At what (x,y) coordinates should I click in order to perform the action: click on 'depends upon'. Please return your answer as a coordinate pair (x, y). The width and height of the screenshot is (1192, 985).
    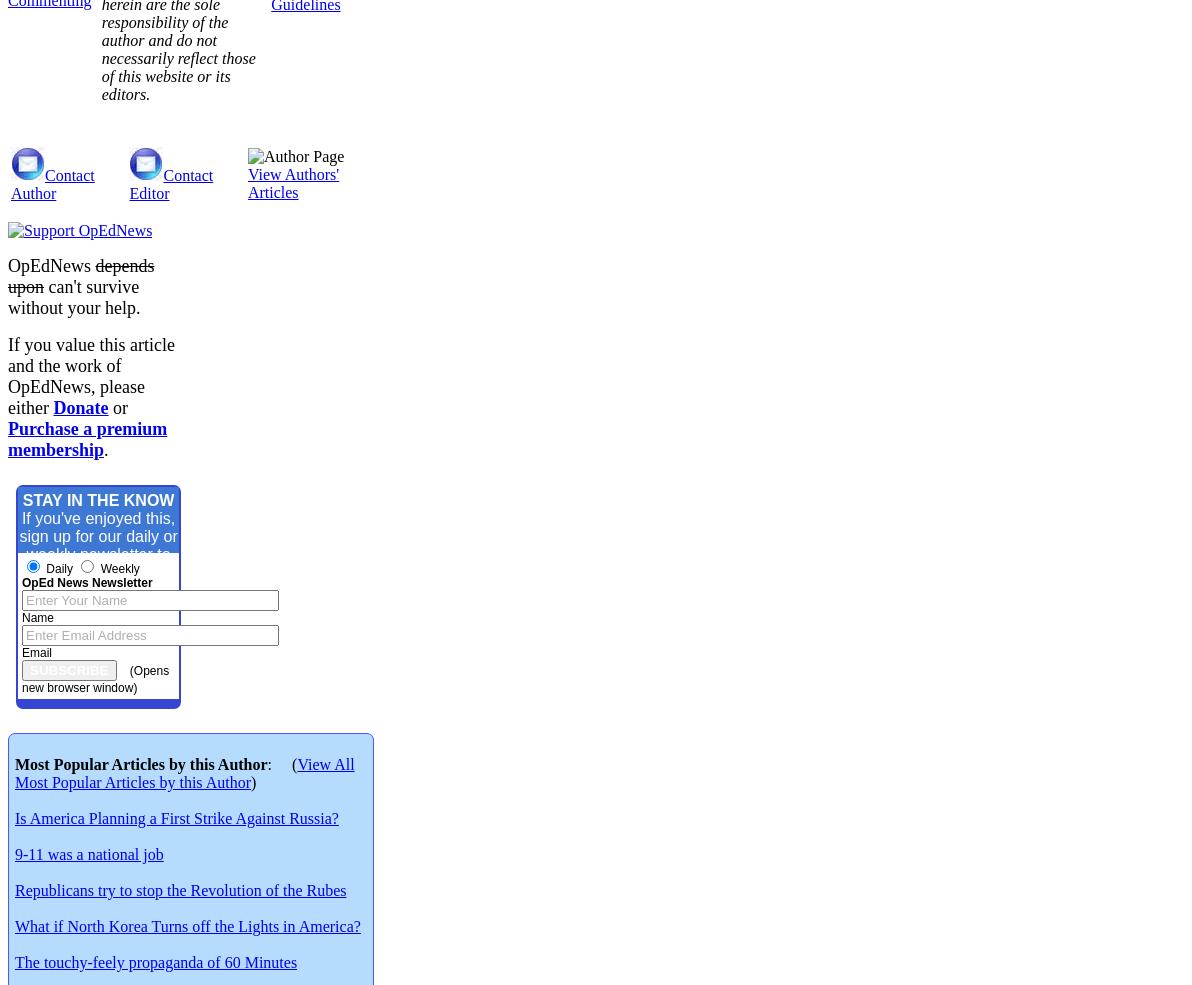
    Looking at the image, I should click on (7, 275).